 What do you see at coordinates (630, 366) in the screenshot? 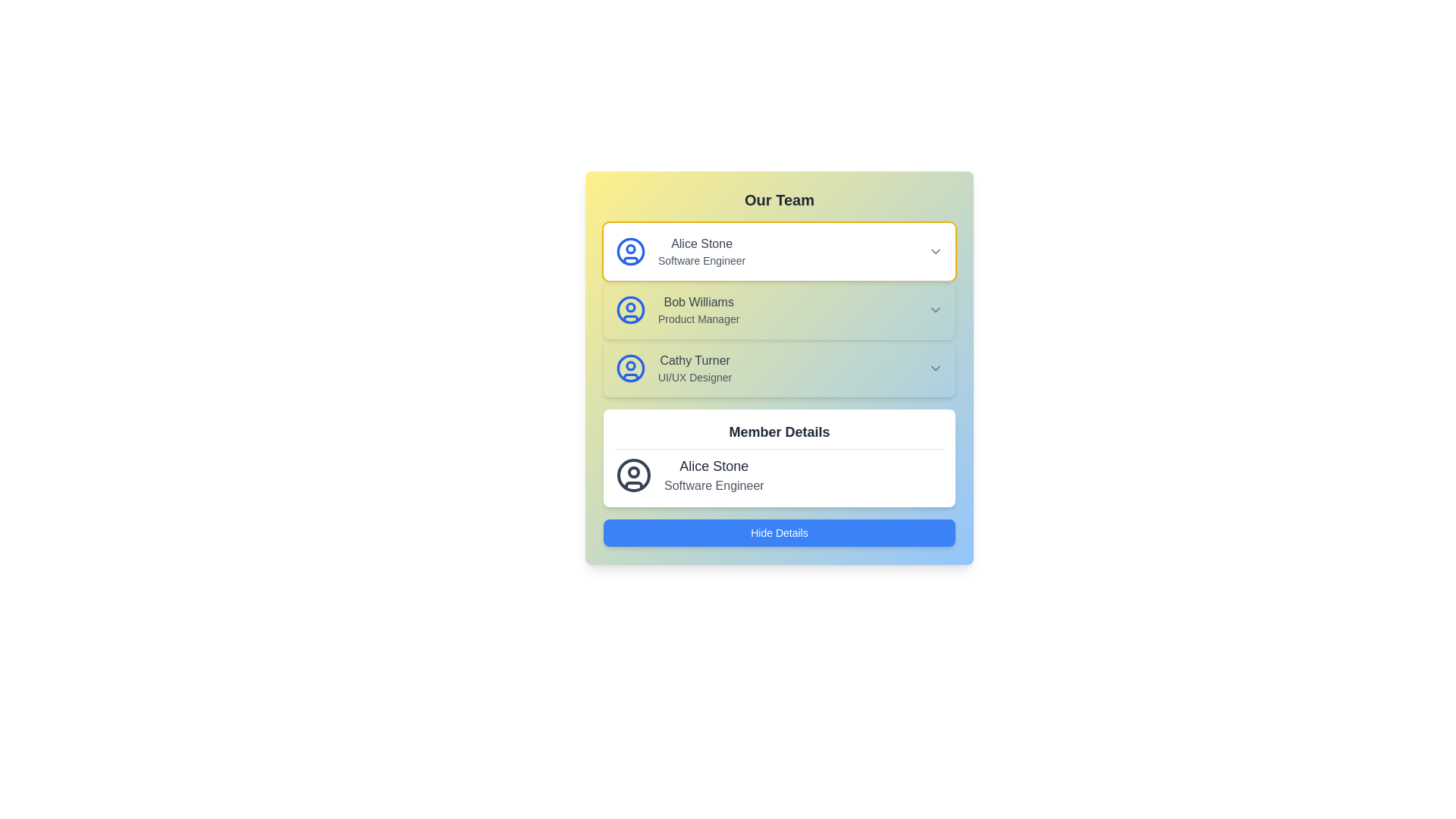
I see `topmost circular shape within the SVG avatar icon, which represents a head in the user avatar icon, located near the left side of the button containing a name and job title` at bounding box center [630, 366].